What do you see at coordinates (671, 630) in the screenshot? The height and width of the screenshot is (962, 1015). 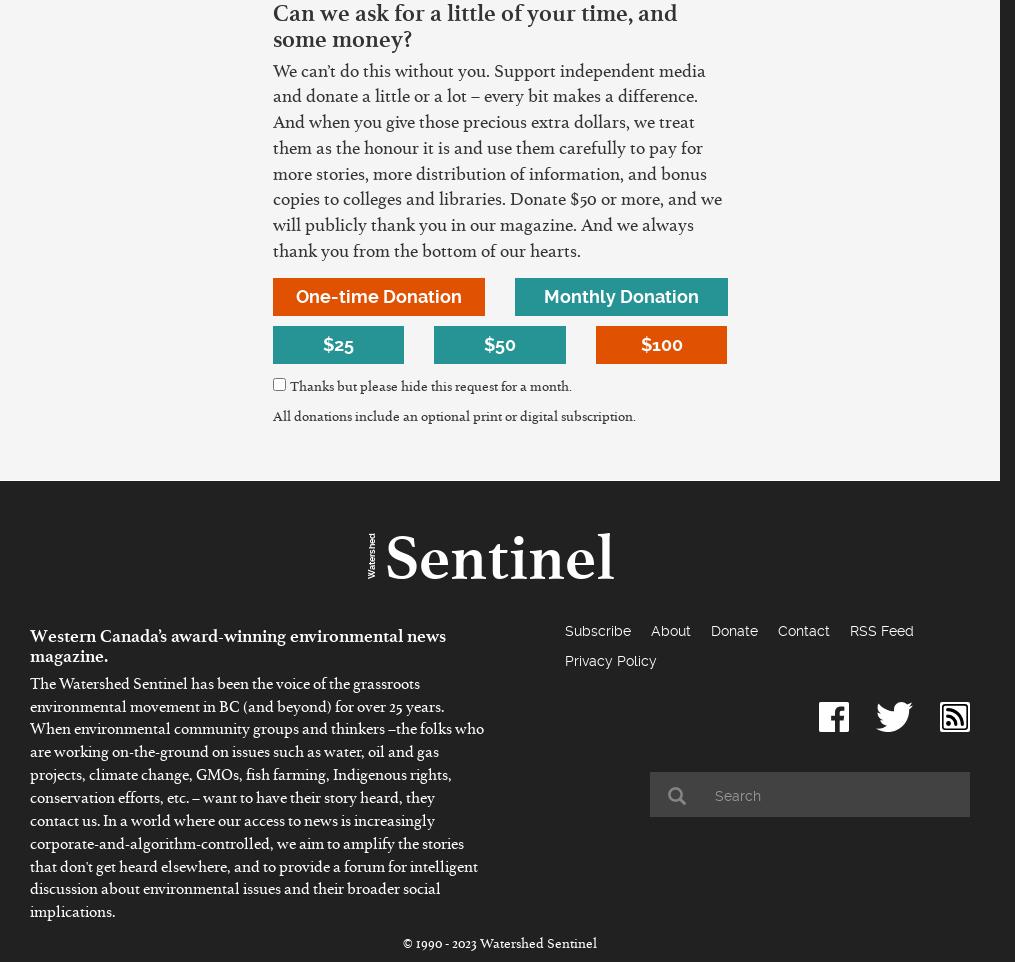 I see `'About'` at bounding box center [671, 630].